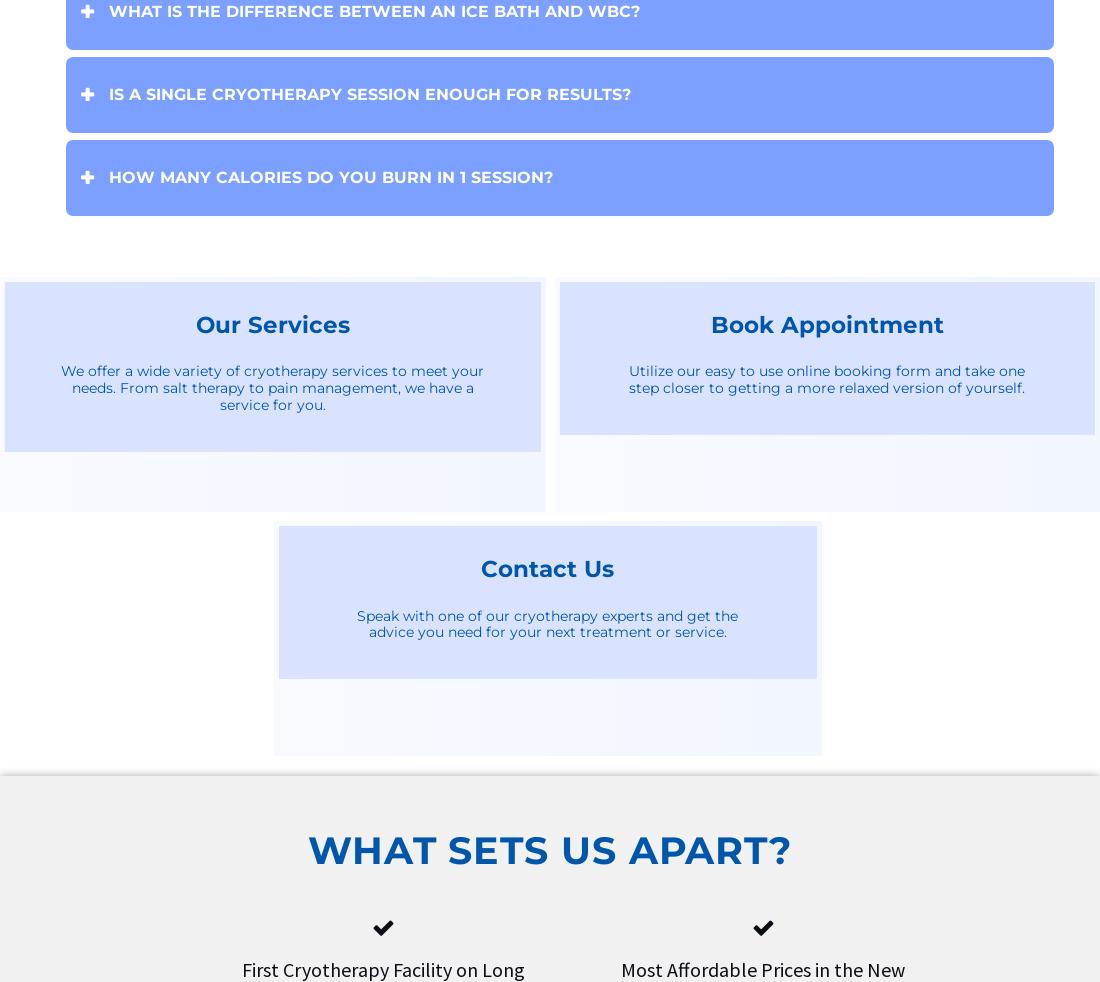 Image resolution: width=1100 pixels, height=982 pixels. Describe the element at coordinates (547, 622) in the screenshot. I see `'Speak with one of our cryotherapy experts and get the advice you need for your next treatment or service.'` at that location.